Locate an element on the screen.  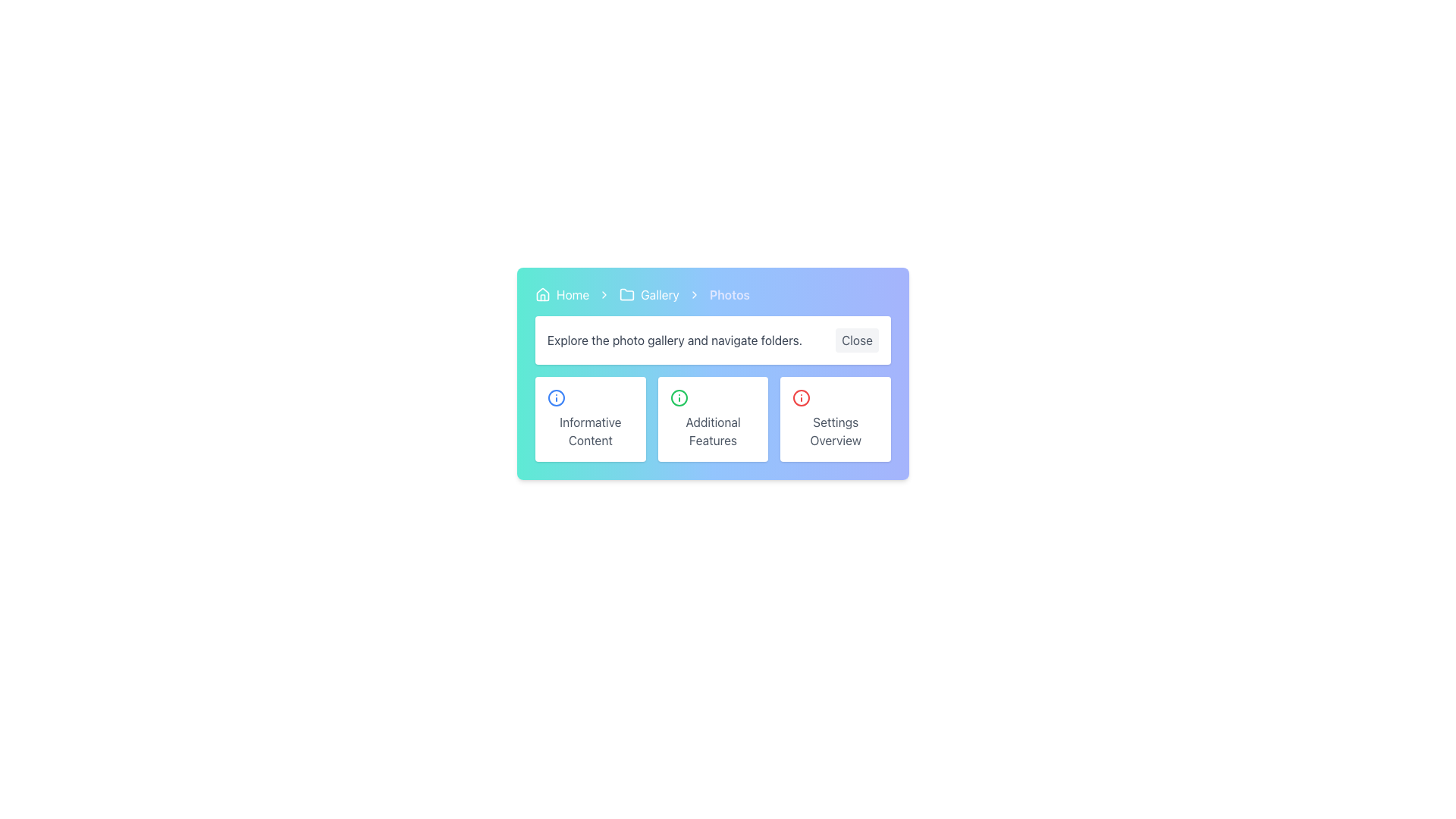
the static text label located at the center-bottom of the leftmost card in a row of similar styled cards, which provides information and is positioned below an info icon is located at coordinates (589, 431).